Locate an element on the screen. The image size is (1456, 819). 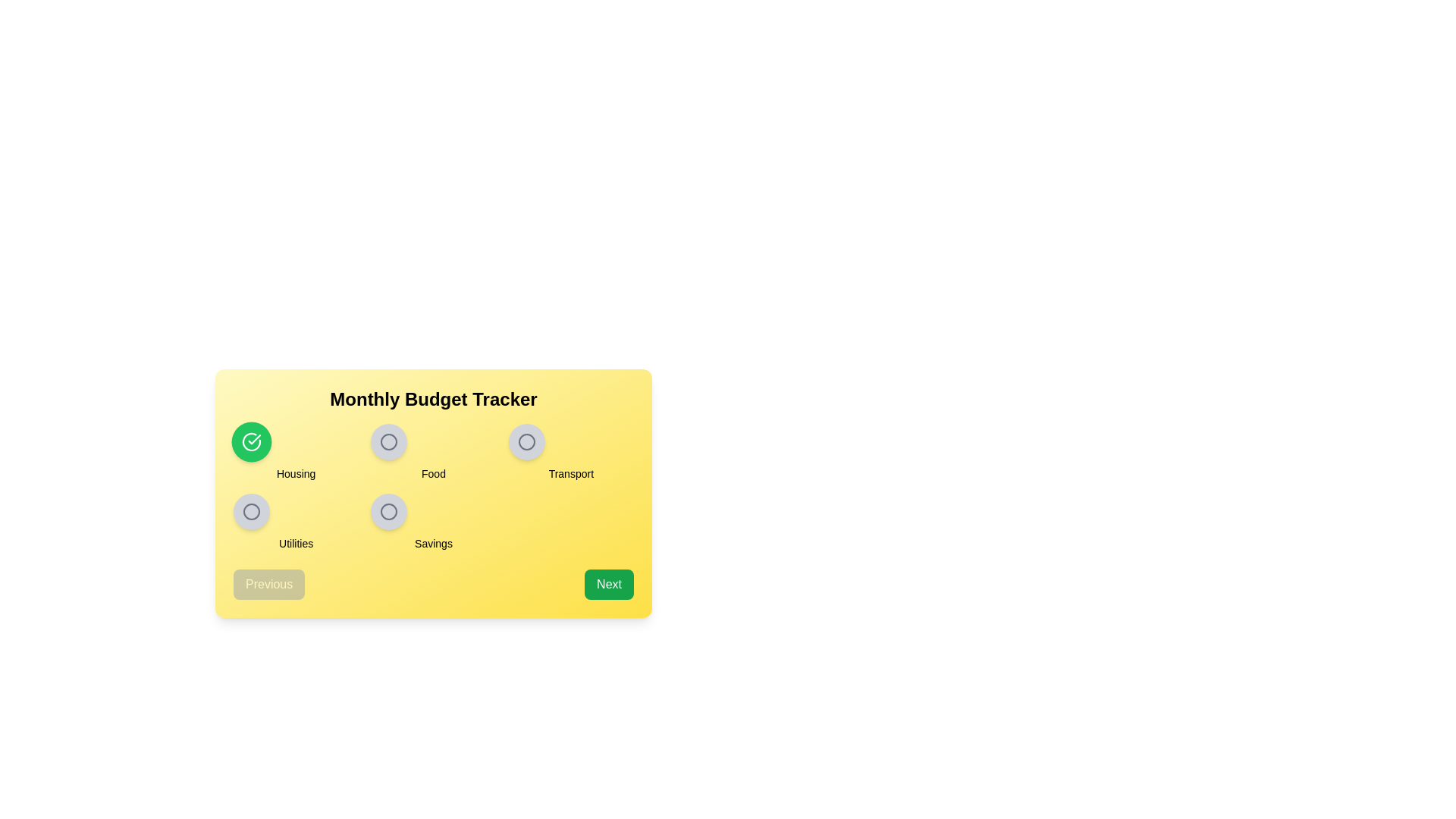
the green circular button labeled 'Housing' that contains a check mark within the 'Monthly Budget Tracker' section is located at coordinates (254, 439).